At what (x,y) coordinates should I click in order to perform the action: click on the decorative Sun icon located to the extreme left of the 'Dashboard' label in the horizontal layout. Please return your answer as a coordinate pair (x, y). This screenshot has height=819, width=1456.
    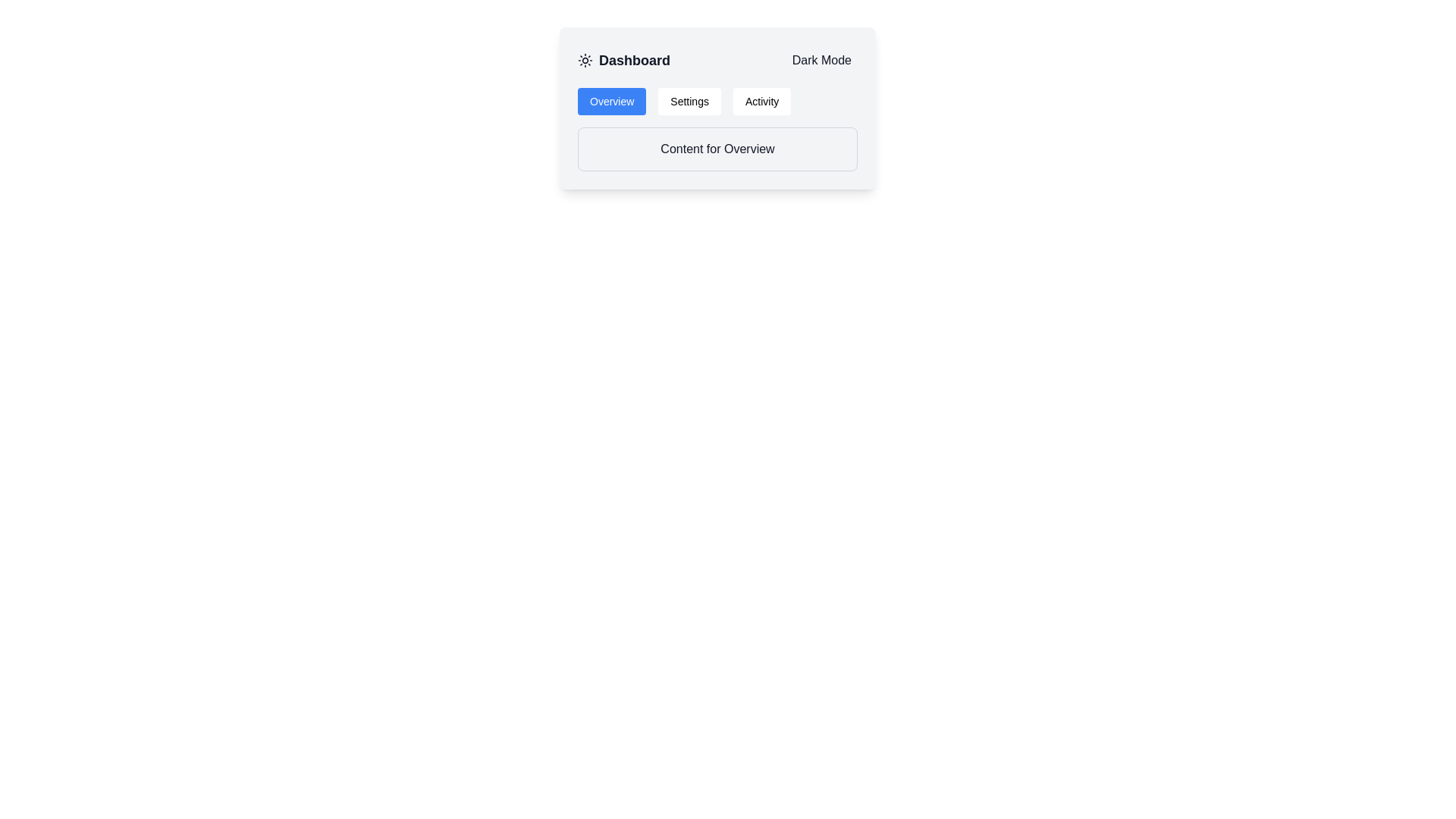
    Looking at the image, I should click on (585, 60).